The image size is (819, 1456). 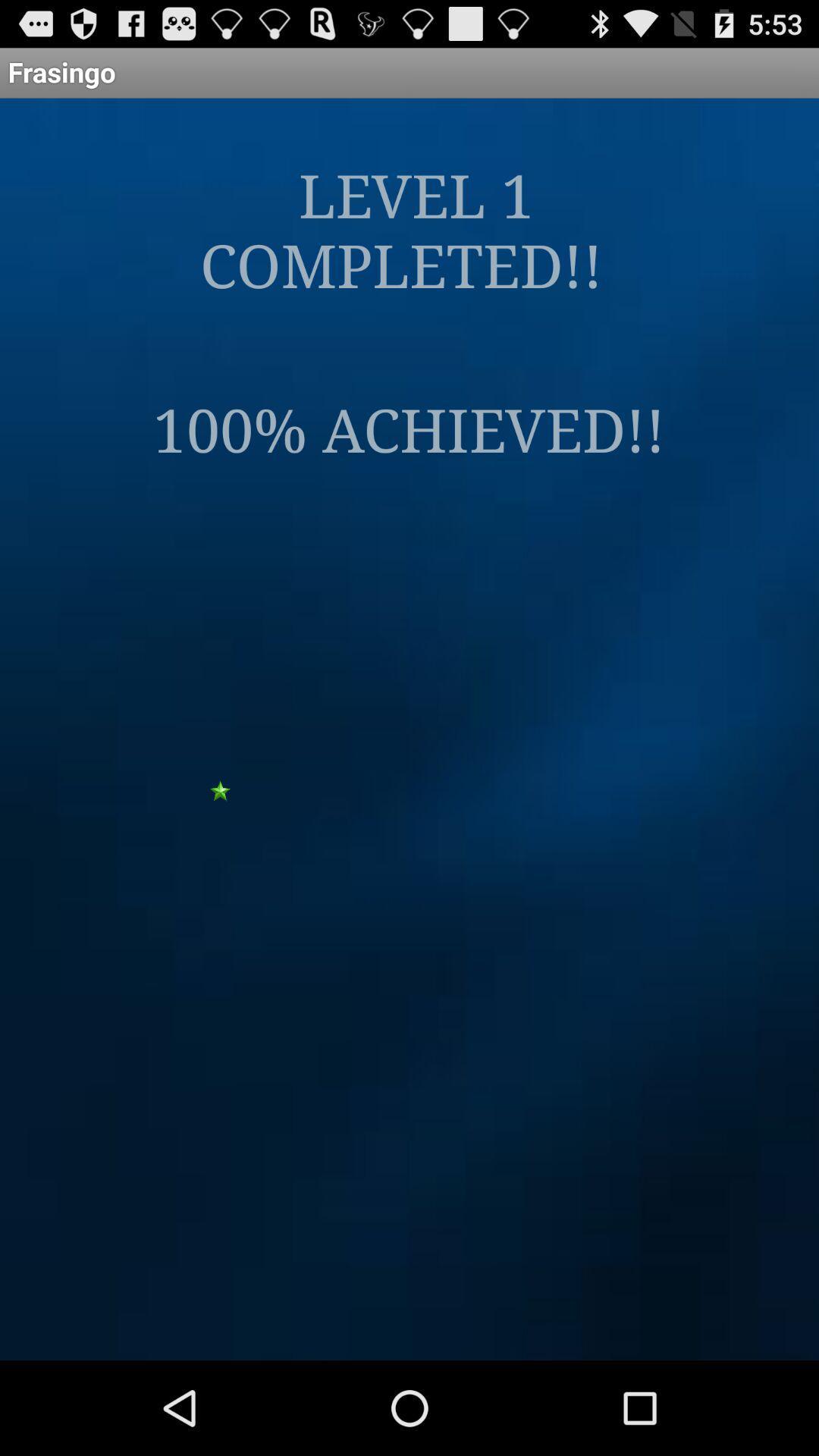 What do you see at coordinates (408, 228) in the screenshot?
I see `app below the frasingo icon` at bounding box center [408, 228].